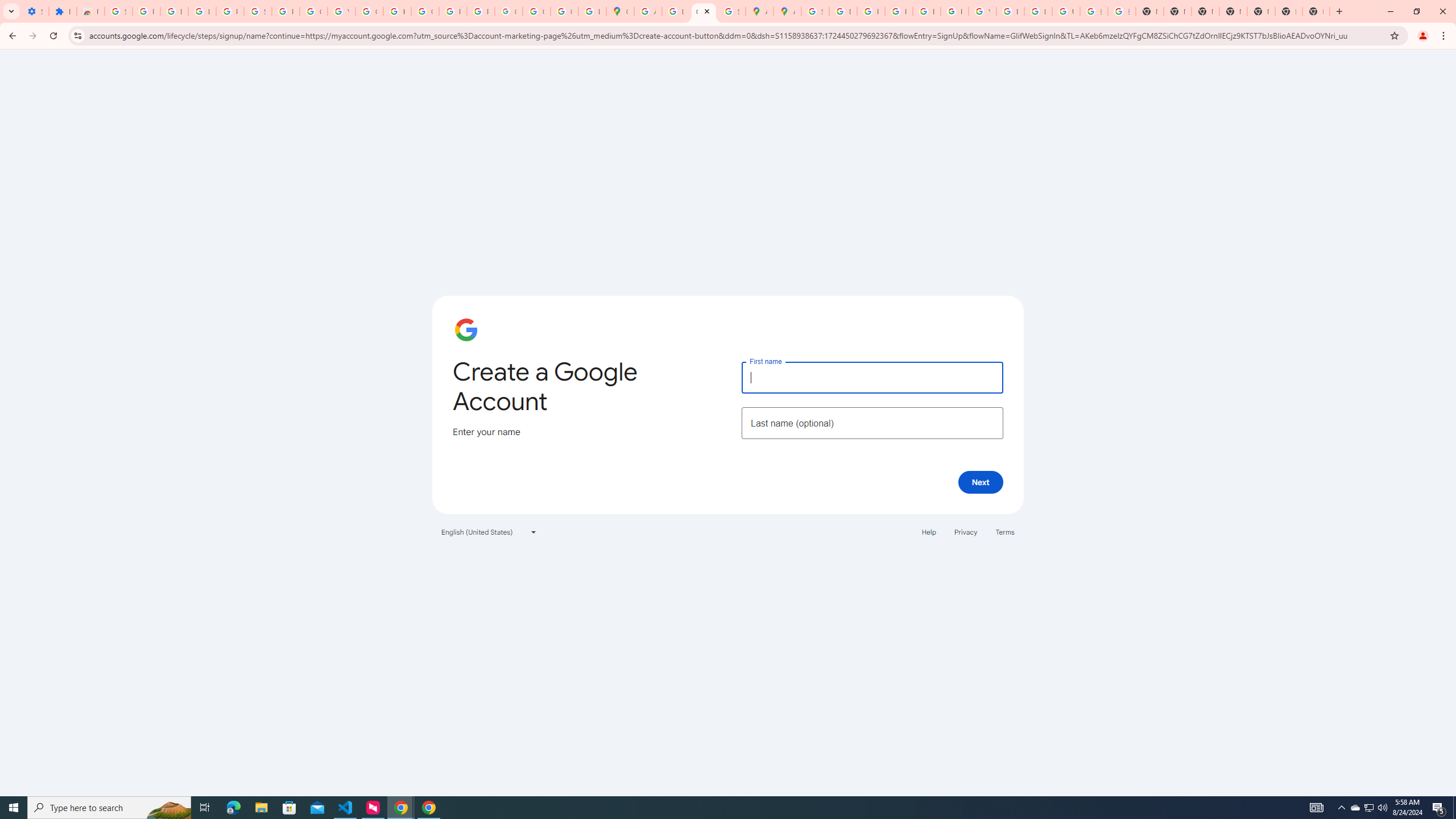 The width and height of the screenshot is (1456, 819). Describe the element at coordinates (897, 11) in the screenshot. I see `'Privacy Help Center - Policies Help'` at that location.